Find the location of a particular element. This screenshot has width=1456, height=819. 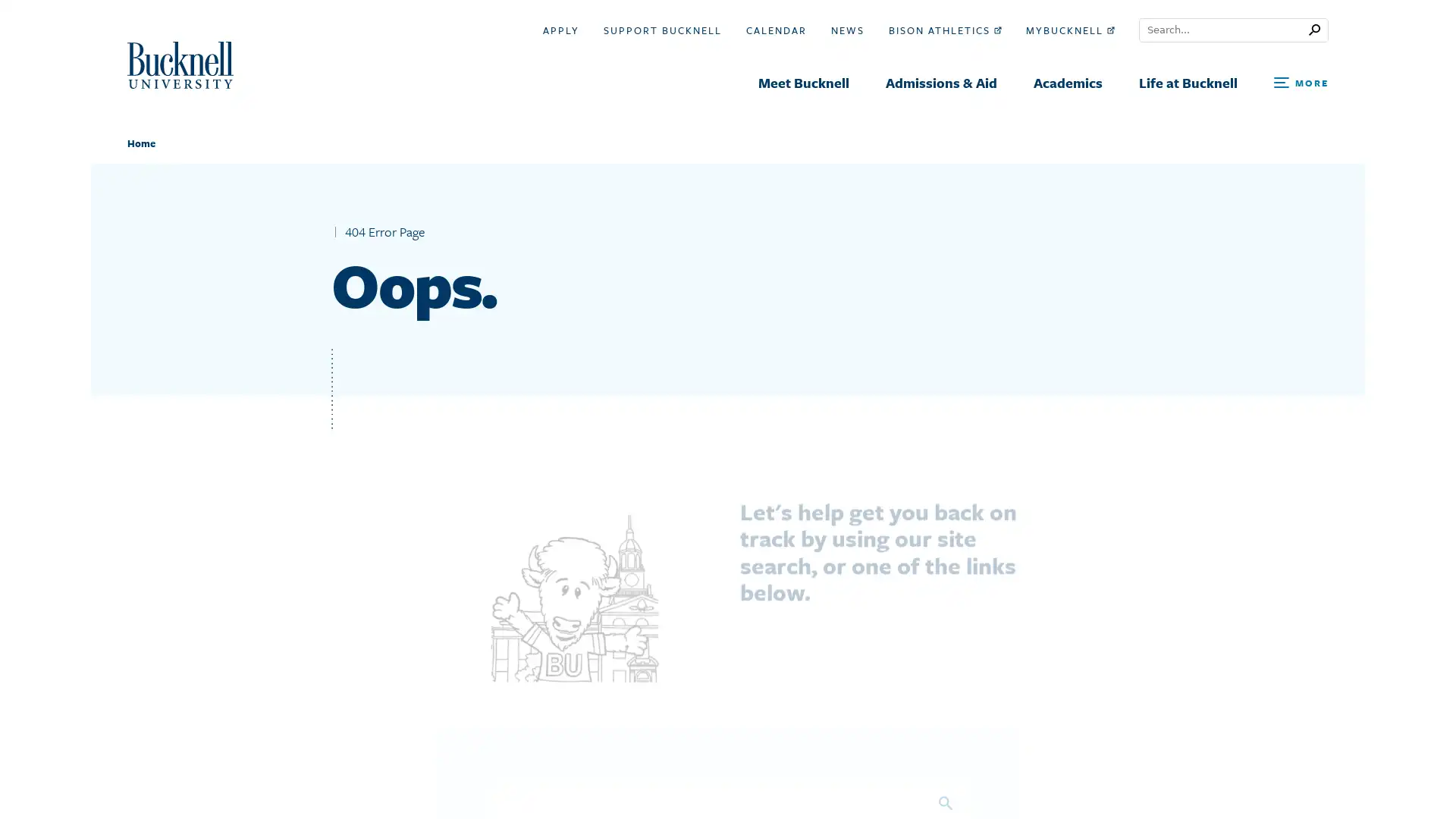

Open Search and Additional Links is located at coordinates (1301, 83).